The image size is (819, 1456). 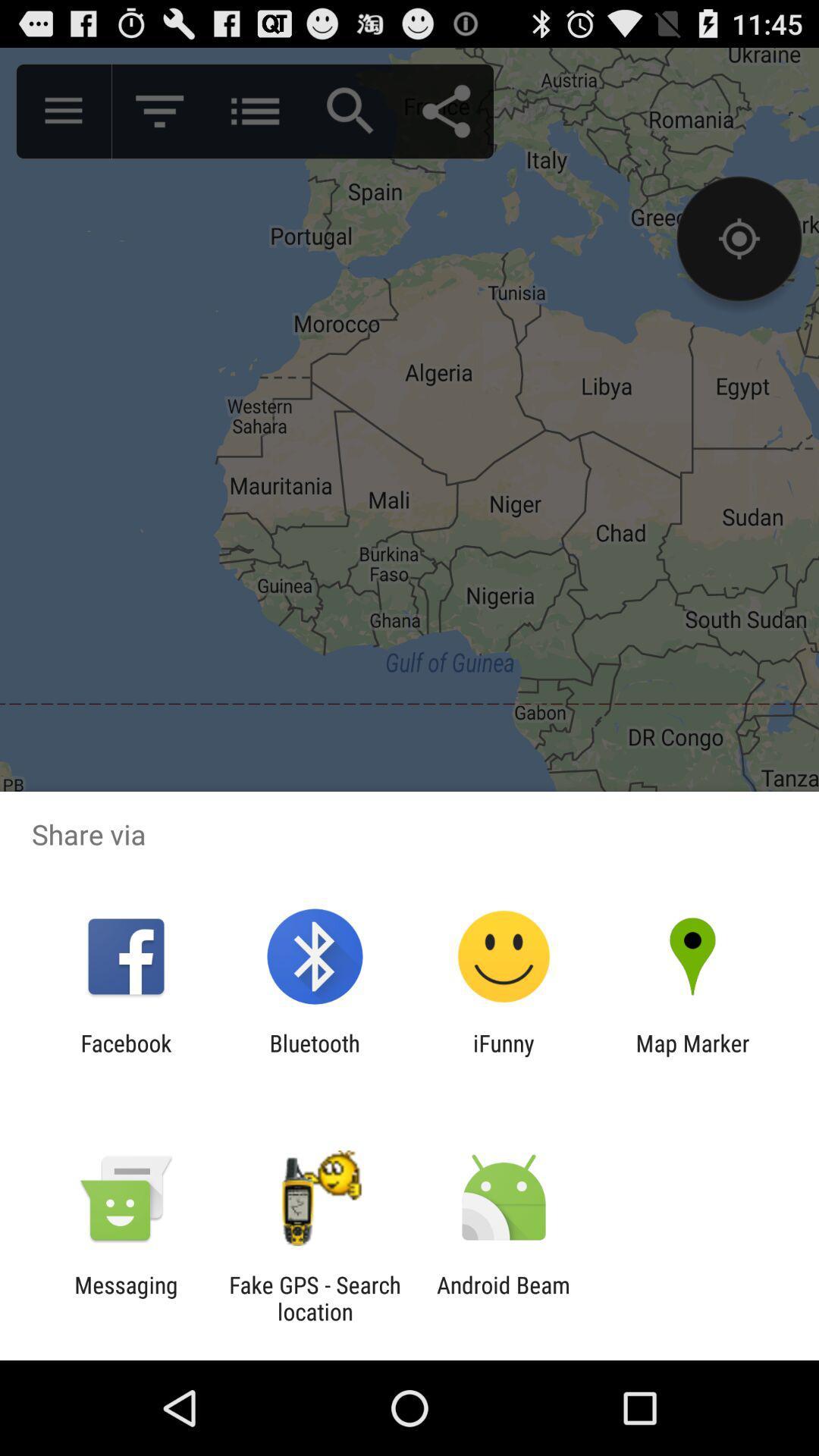 I want to click on the app to the right of messaging icon, so click(x=314, y=1298).